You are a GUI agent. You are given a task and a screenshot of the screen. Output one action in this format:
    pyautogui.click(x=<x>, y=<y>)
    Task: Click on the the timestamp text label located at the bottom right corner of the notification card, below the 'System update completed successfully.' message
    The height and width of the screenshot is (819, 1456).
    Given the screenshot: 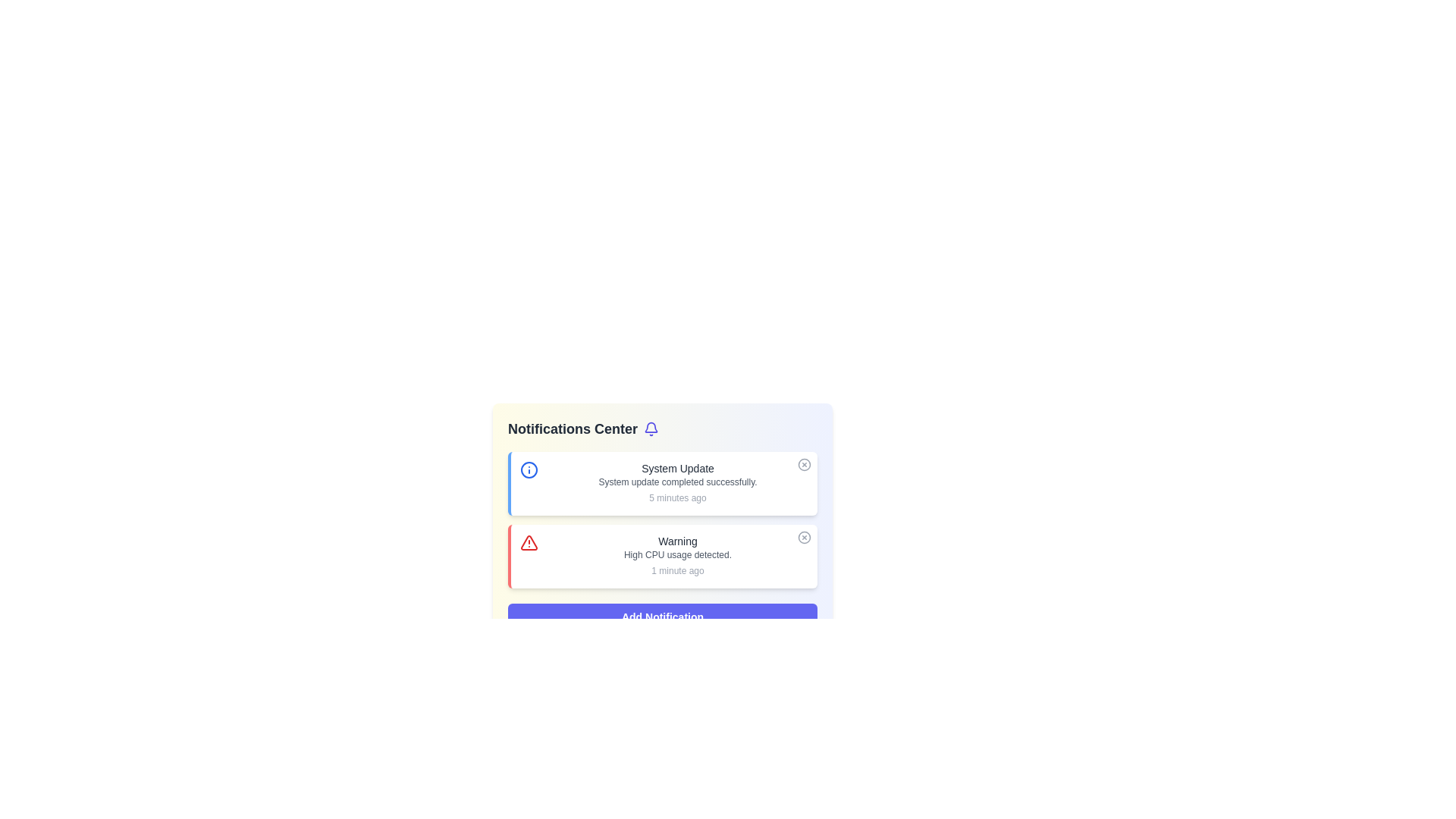 What is the action you would take?
    pyautogui.click(x=676, y=497)
    